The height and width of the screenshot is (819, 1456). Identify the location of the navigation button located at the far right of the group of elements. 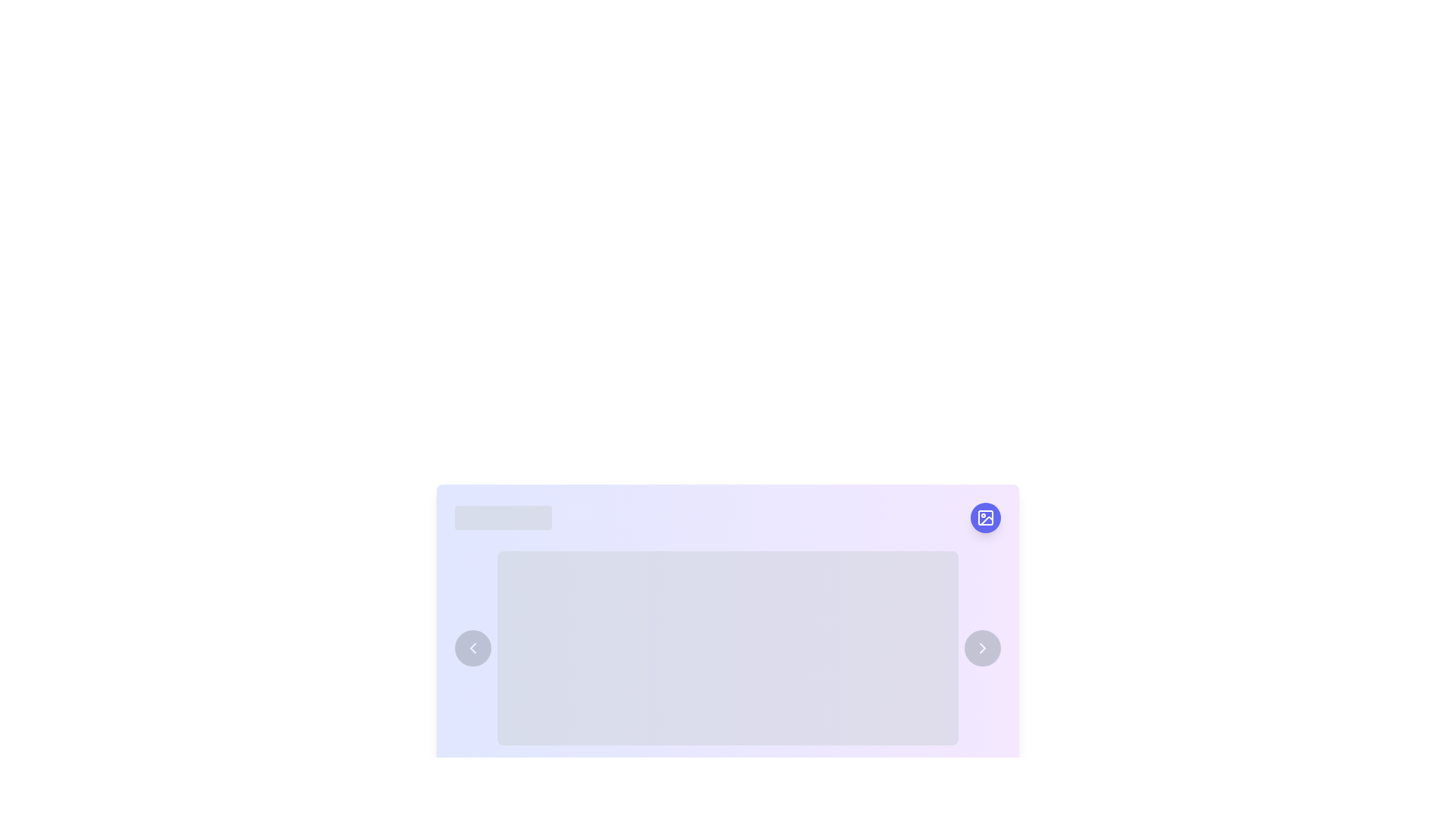
(982, 648).